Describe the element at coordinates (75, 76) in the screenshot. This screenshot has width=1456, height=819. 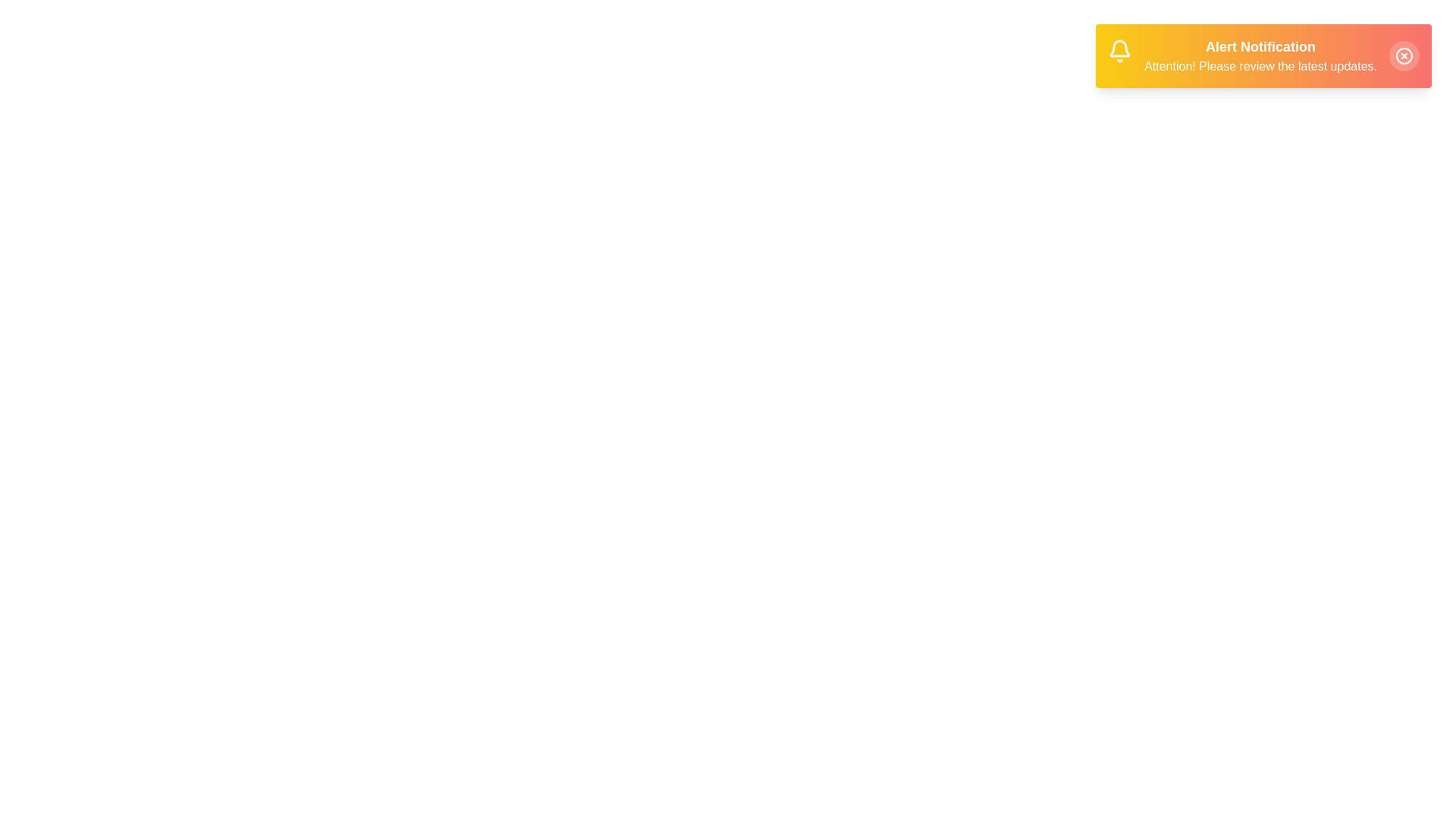
I see `the background area outside the modal to test its boundary behavior` at that location.